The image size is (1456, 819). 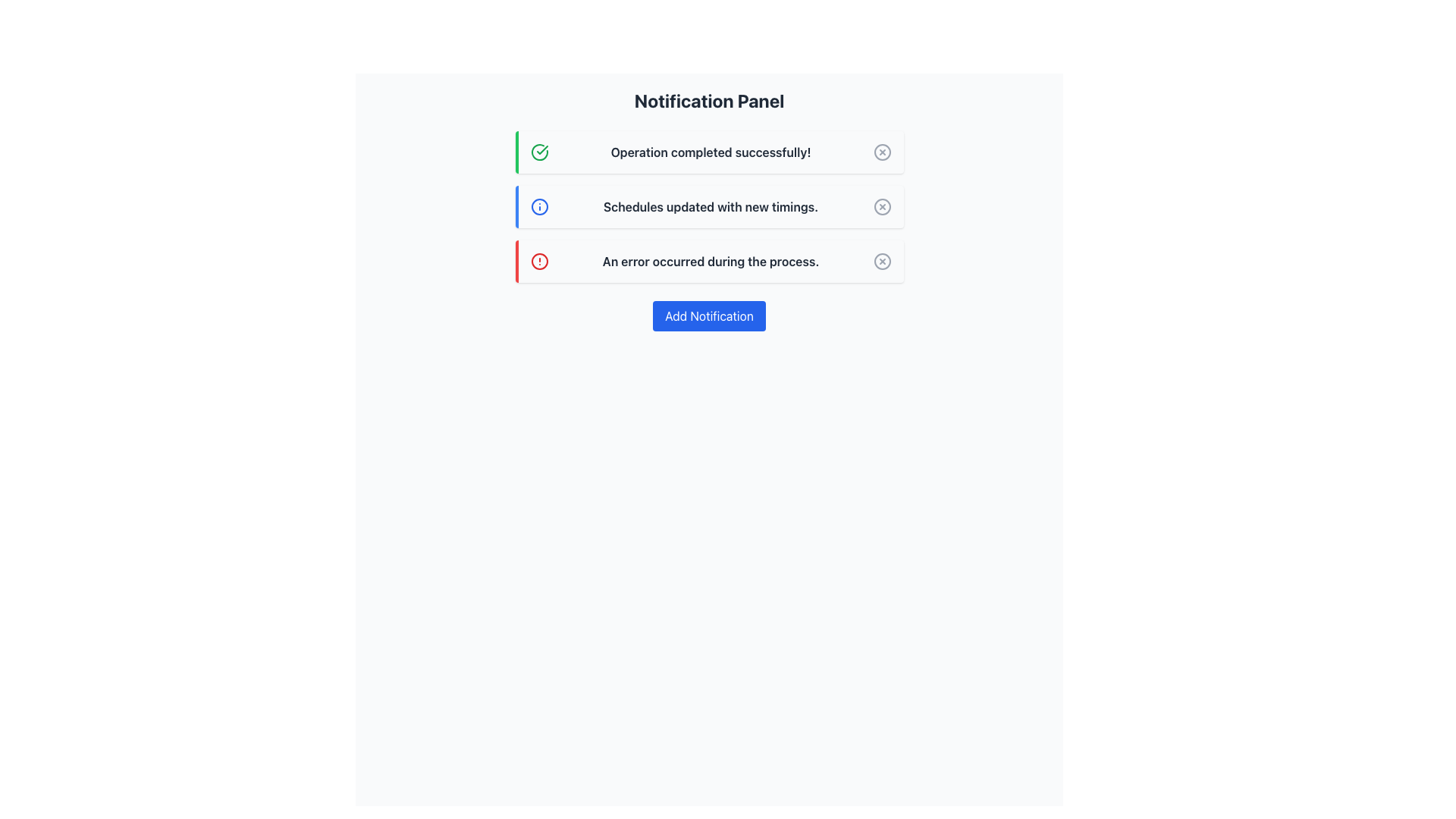 I want to click on the text label stating 'Schedules updated with new timings.' which is part of the notification card in the middle section of a vertical list of notifications, so click(x=710, y=207).